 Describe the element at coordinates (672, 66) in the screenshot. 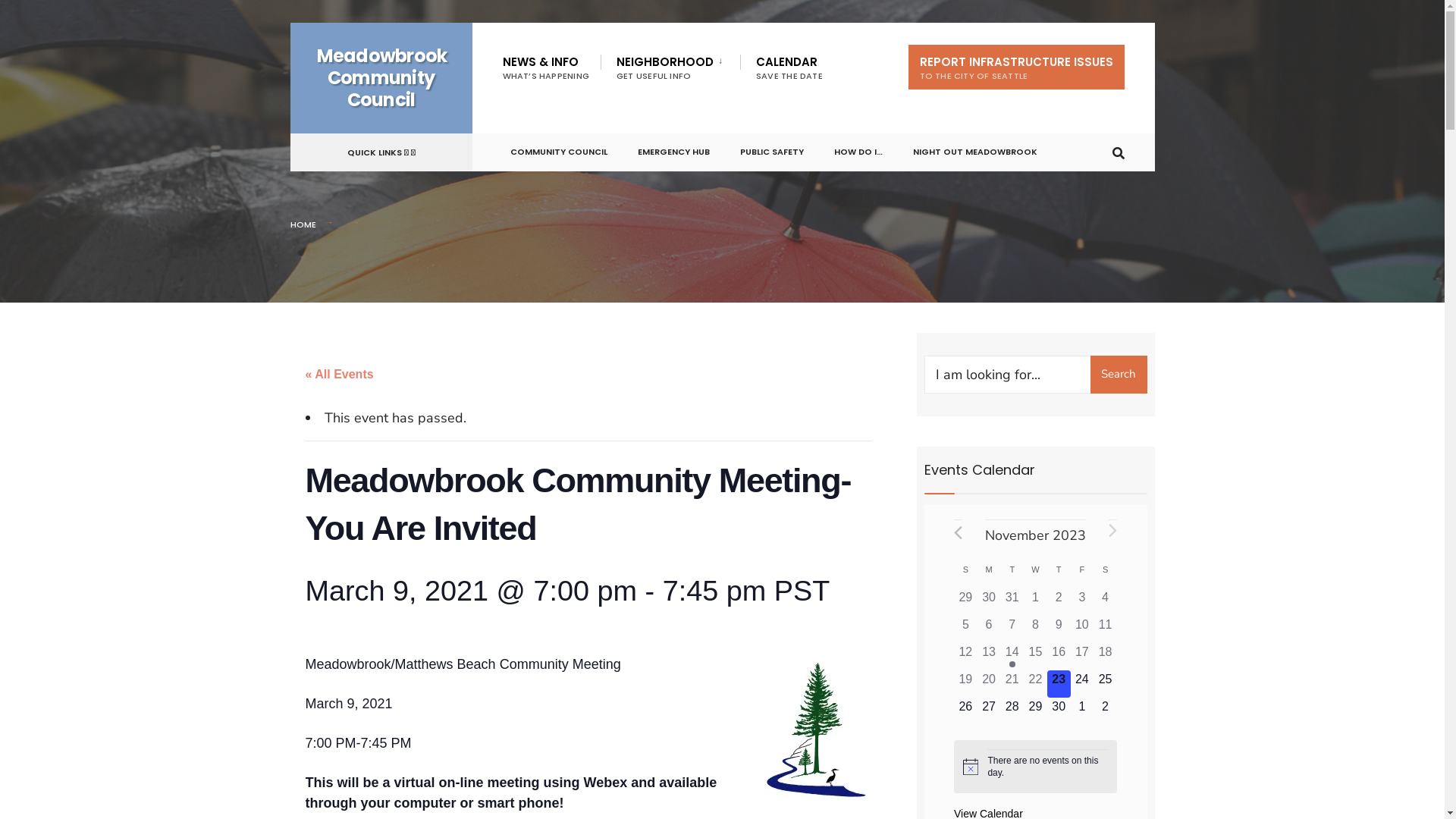

I see `'NEIGHBORHOOD` at that location.